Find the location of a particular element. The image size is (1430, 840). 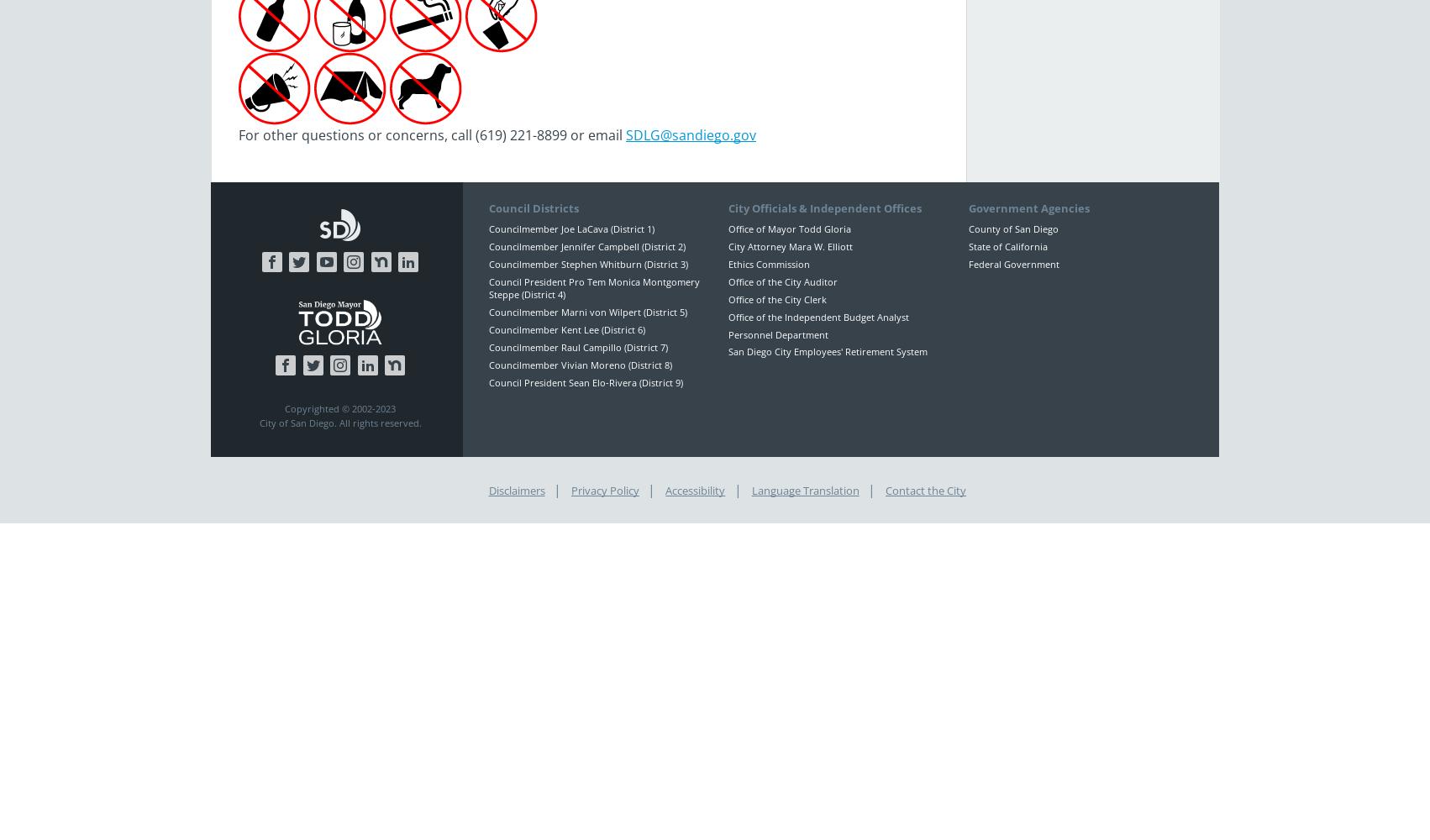

'Councilmember Jennifer Campbell (District 2)' is located at coordinates (586, 246).